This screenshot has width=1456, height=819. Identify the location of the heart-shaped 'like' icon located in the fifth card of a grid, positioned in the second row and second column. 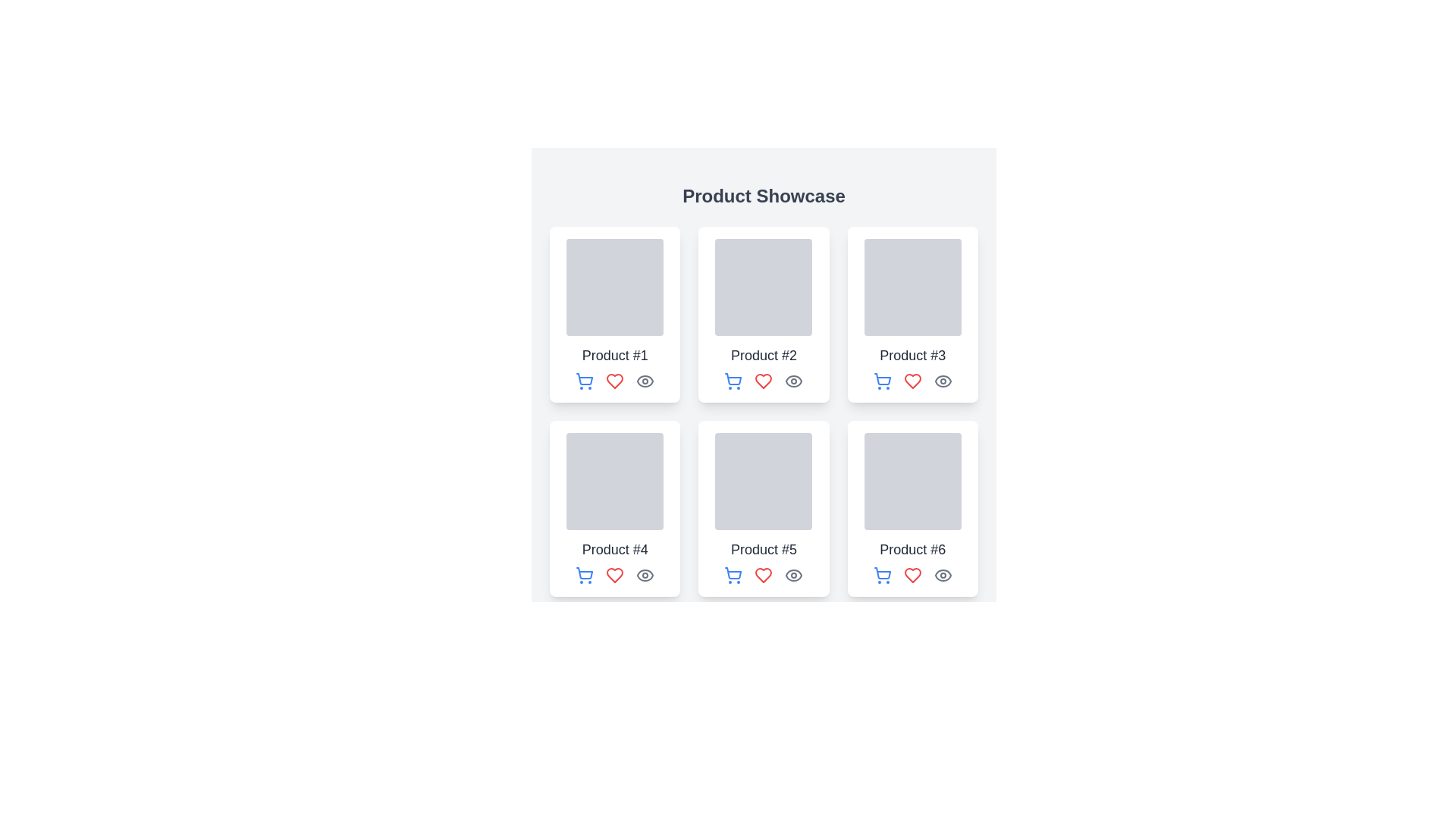
(764, 576).